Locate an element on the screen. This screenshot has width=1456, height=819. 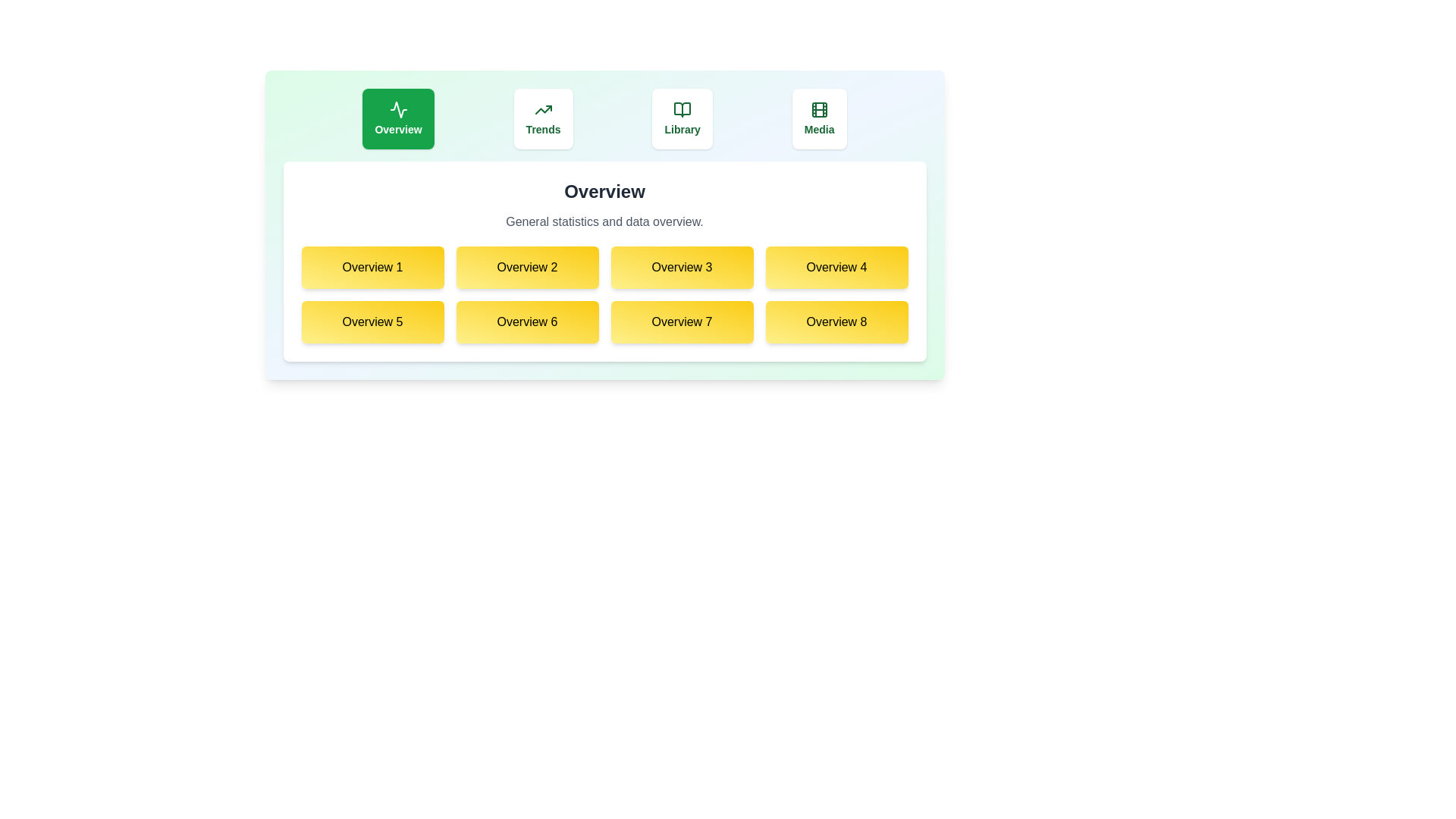
the tab labeled Overview to observe its hover effect is located at coordinates (398, 118).